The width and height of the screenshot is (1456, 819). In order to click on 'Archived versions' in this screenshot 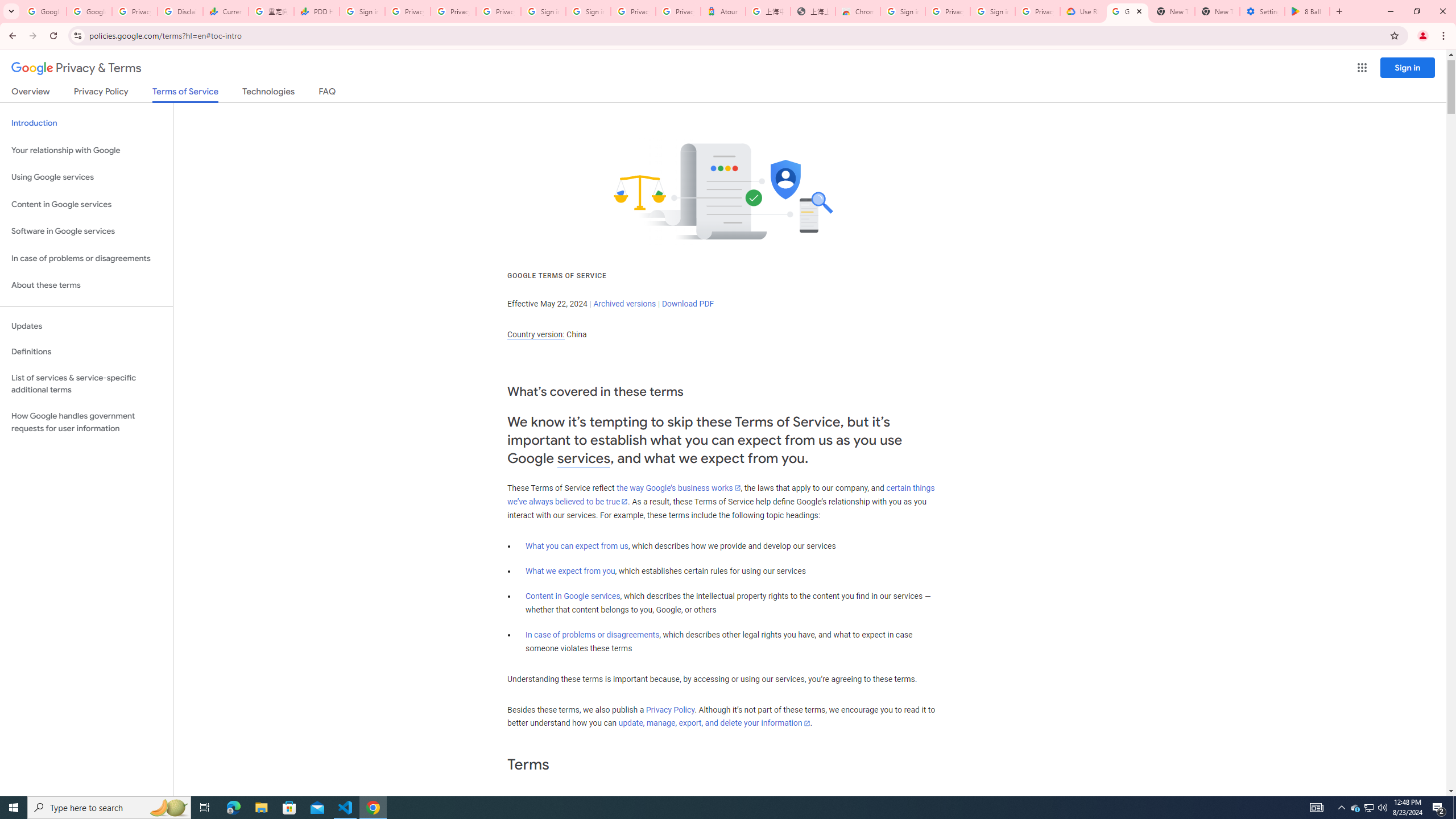, I will do `click(624, 303)`.